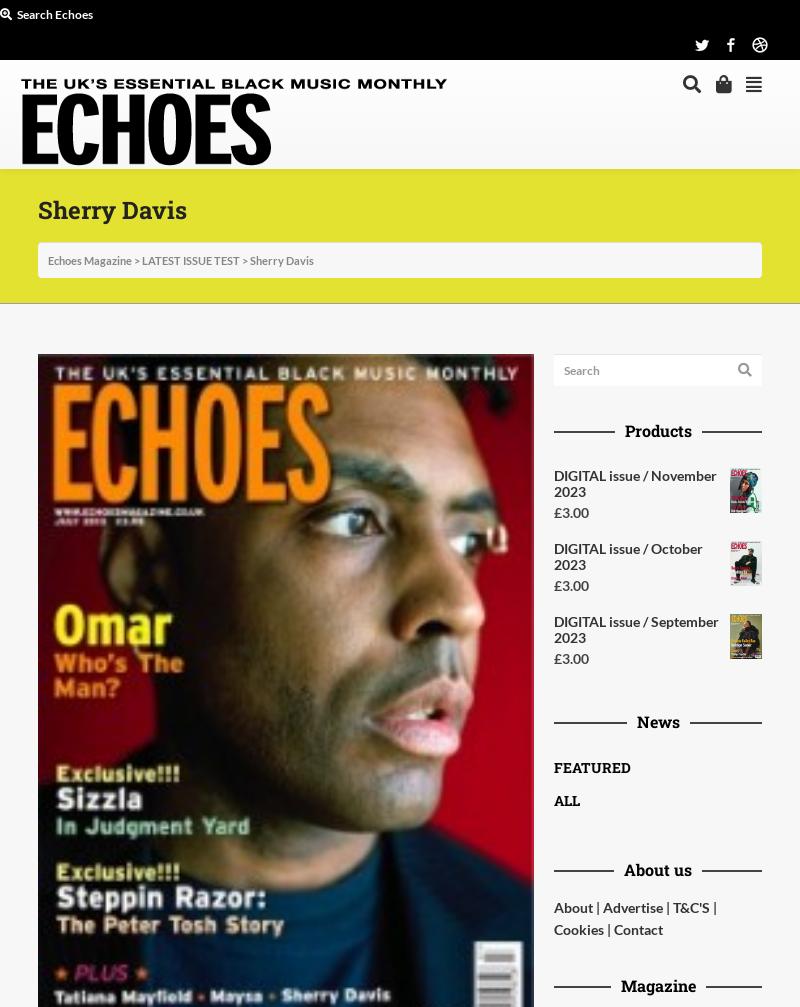  What do you see at coordinates (691, 906) in the screenshot?
I see `'T&C'S'` at bounding box center [691, 906].